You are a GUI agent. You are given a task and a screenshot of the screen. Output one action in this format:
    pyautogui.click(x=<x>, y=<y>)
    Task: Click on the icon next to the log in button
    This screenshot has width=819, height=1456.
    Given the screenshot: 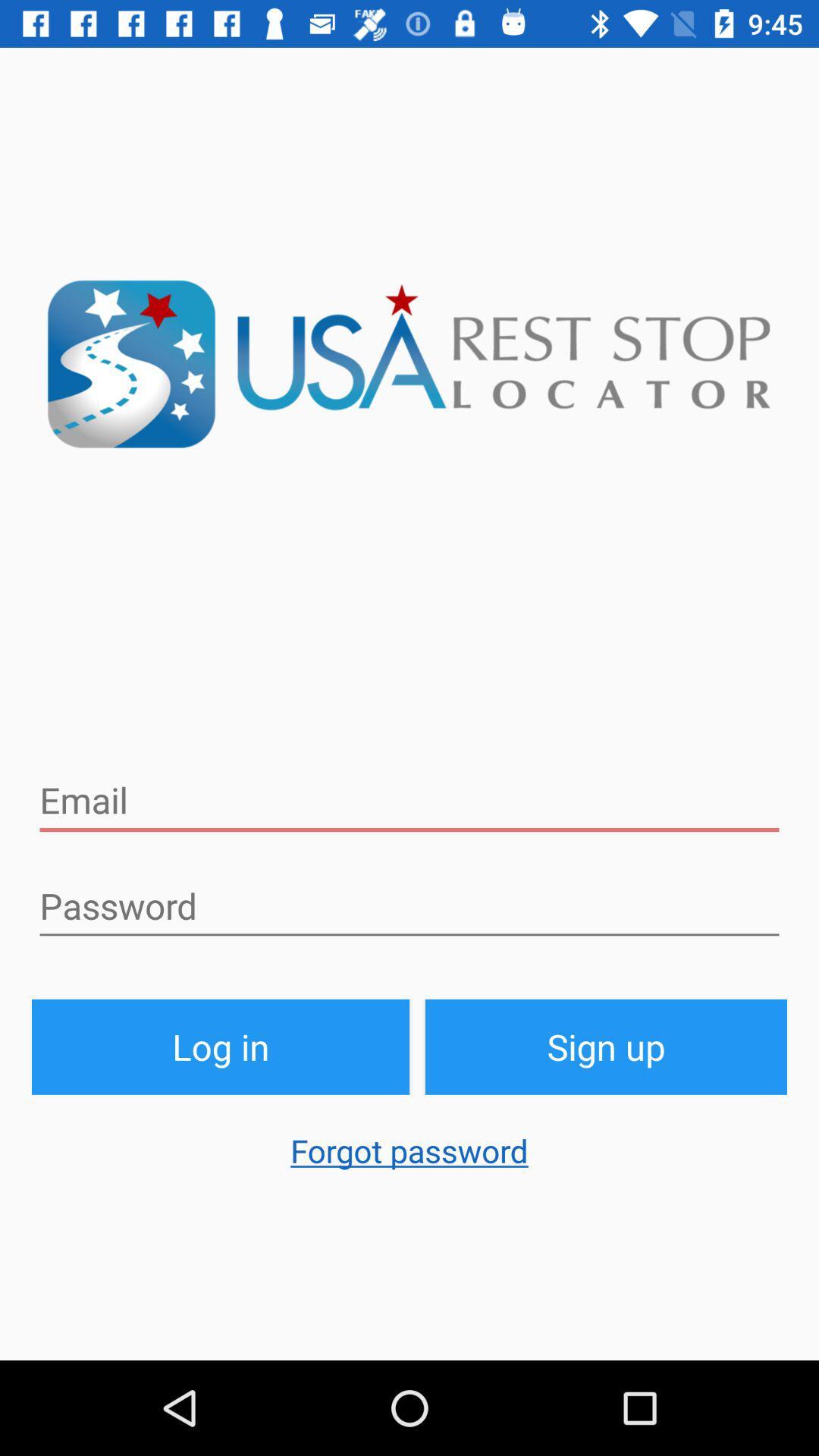 What is the action you would take?
    pyautogui.click(x=605, y=1046)
    